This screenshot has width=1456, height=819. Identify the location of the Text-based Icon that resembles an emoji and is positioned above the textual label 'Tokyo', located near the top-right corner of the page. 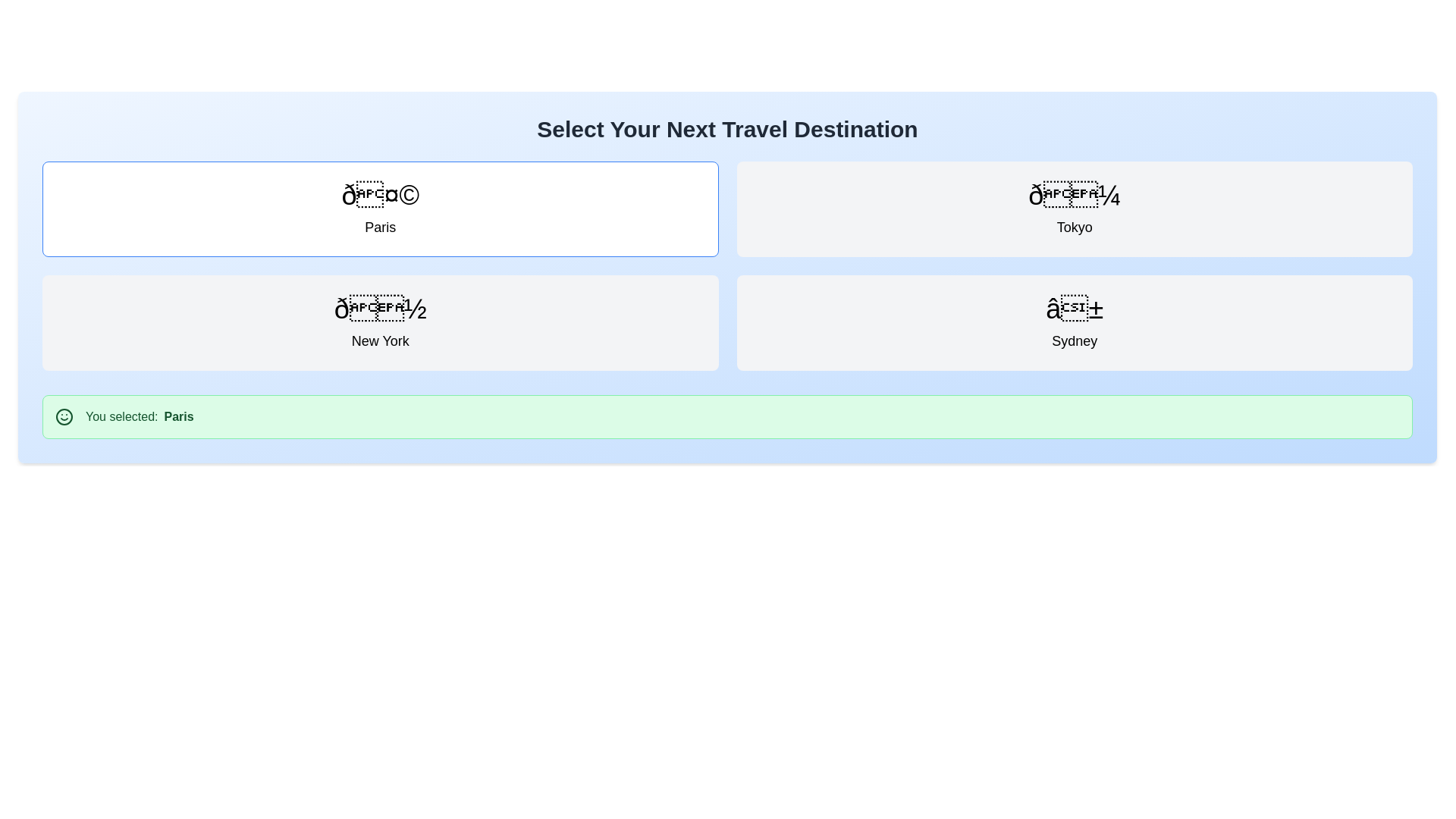
(1074, 195).